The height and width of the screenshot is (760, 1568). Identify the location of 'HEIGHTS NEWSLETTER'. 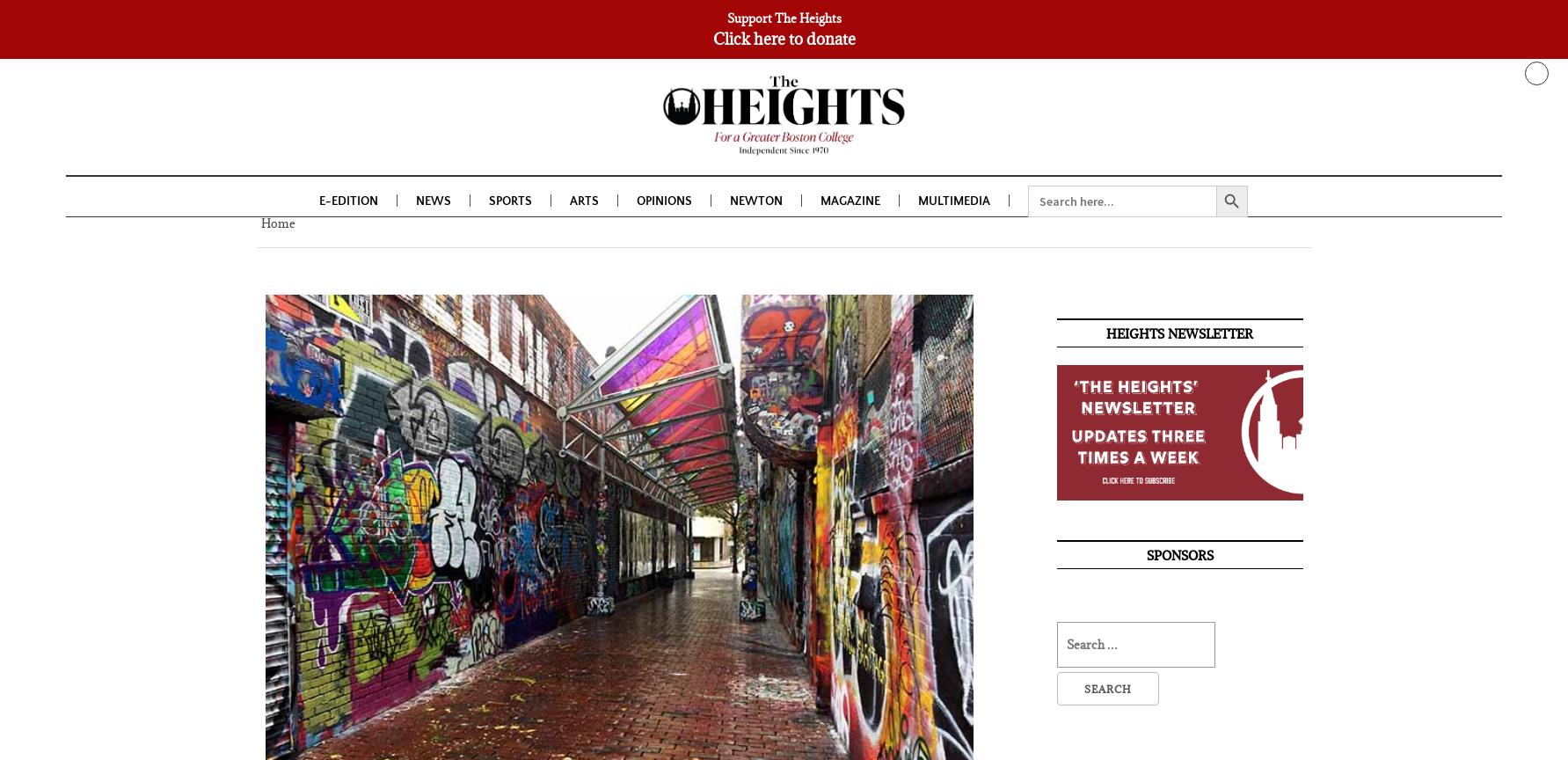
(1178, 336).